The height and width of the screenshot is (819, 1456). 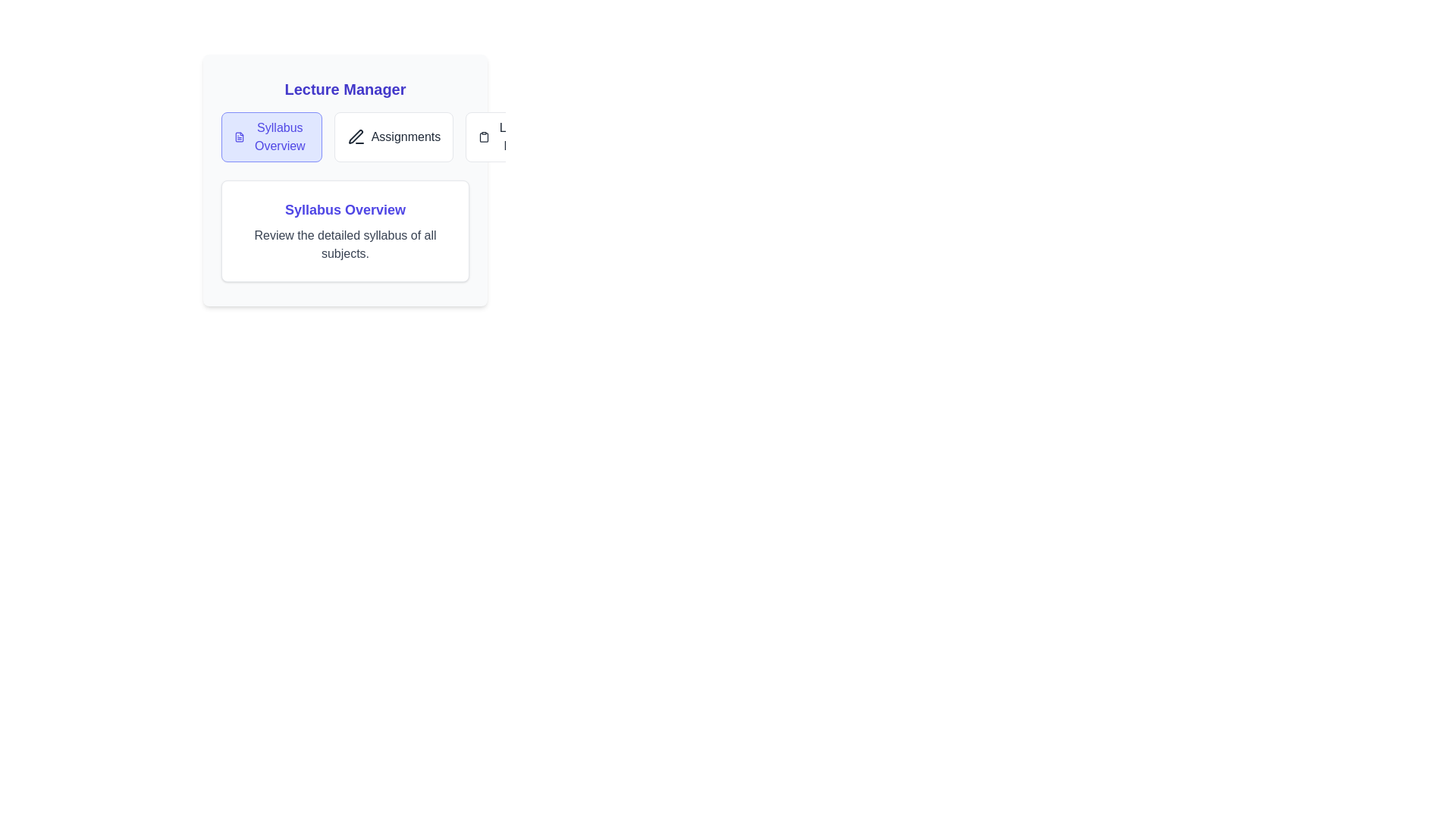 What do you see at coordinates (483, 137) in the screenshot?
I see `the clipboard icon located on the left side of the 'Lecture Notes' button, which serves as a visual indicator for associated content or actions` at bounding box center [483, 137].